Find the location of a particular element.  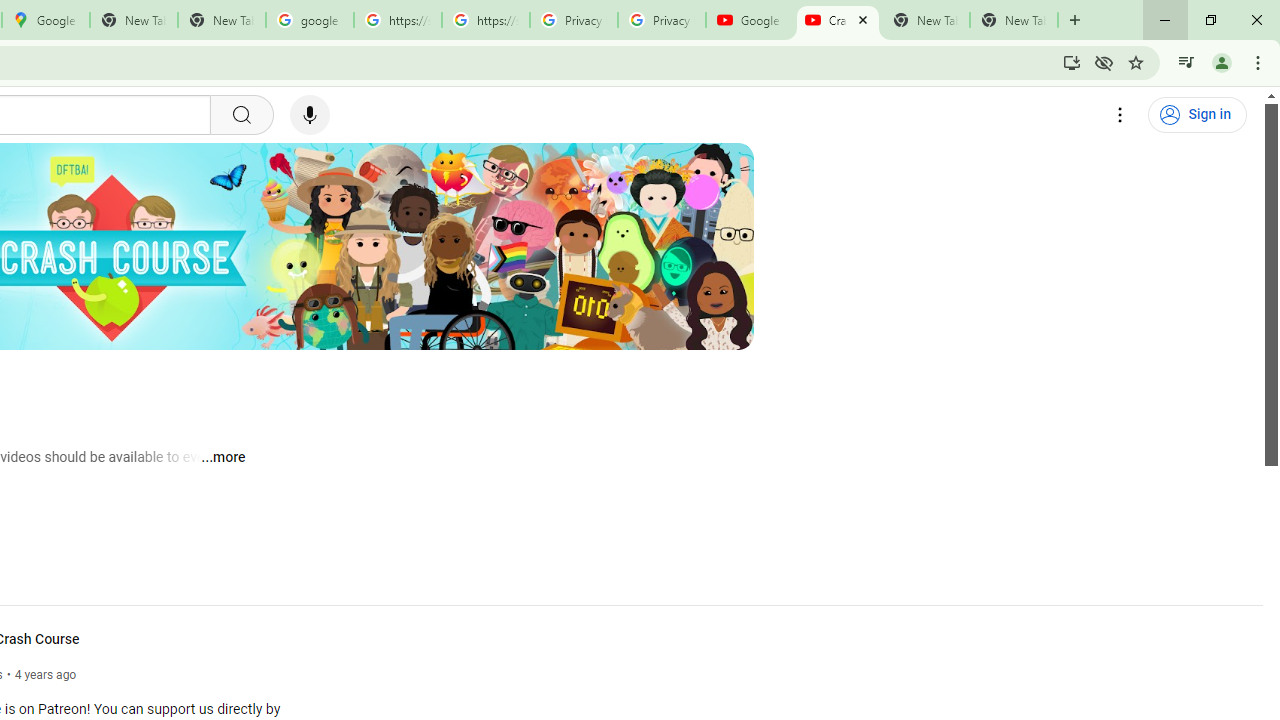

'CrashCourse - YouTube' is located at coordinates (837, 20).